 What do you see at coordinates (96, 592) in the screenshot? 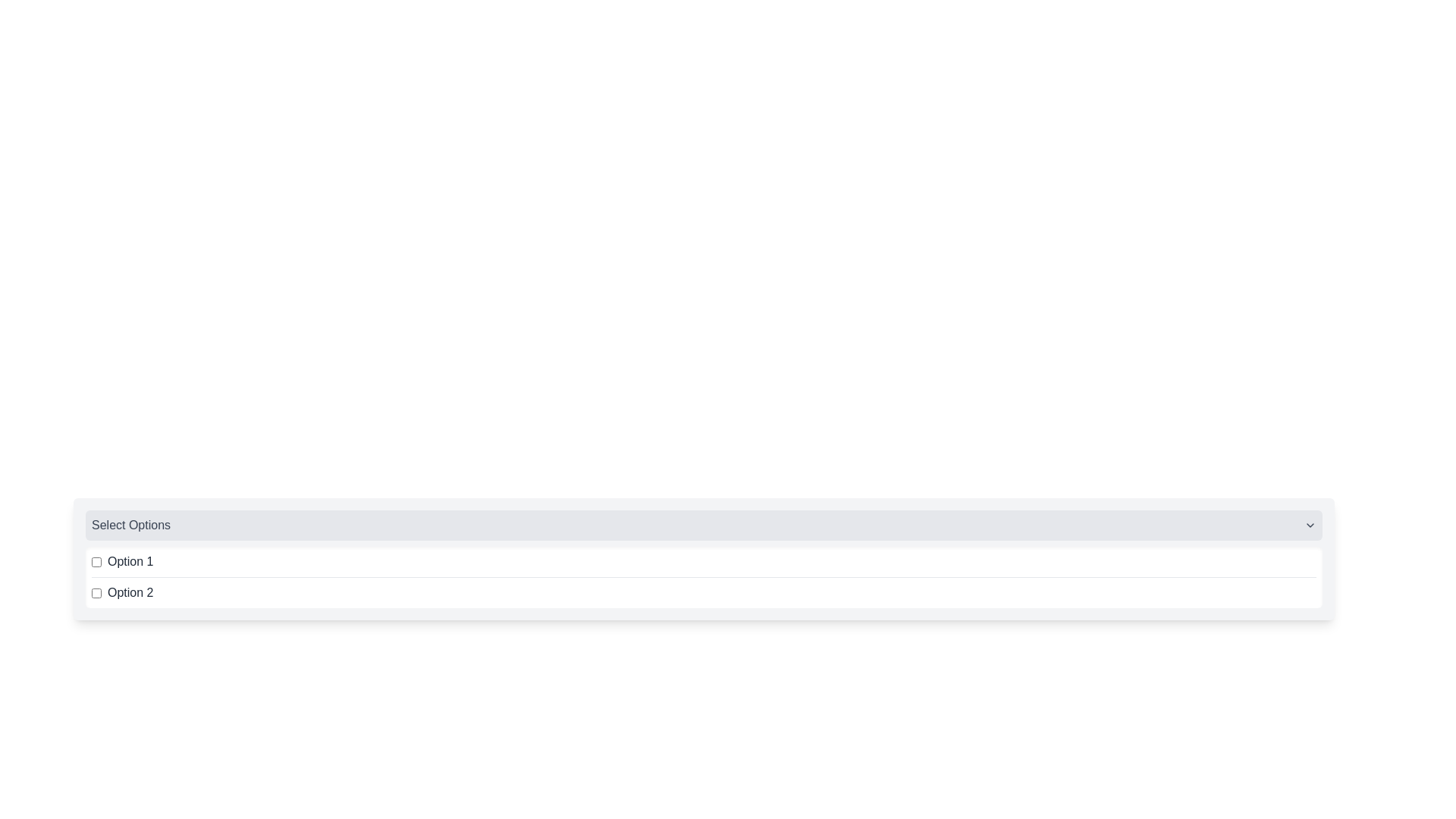
I see `the checkbox located in the 'Select Options' section that is associated with 'Option 2'` at bounding box center [96, 592].